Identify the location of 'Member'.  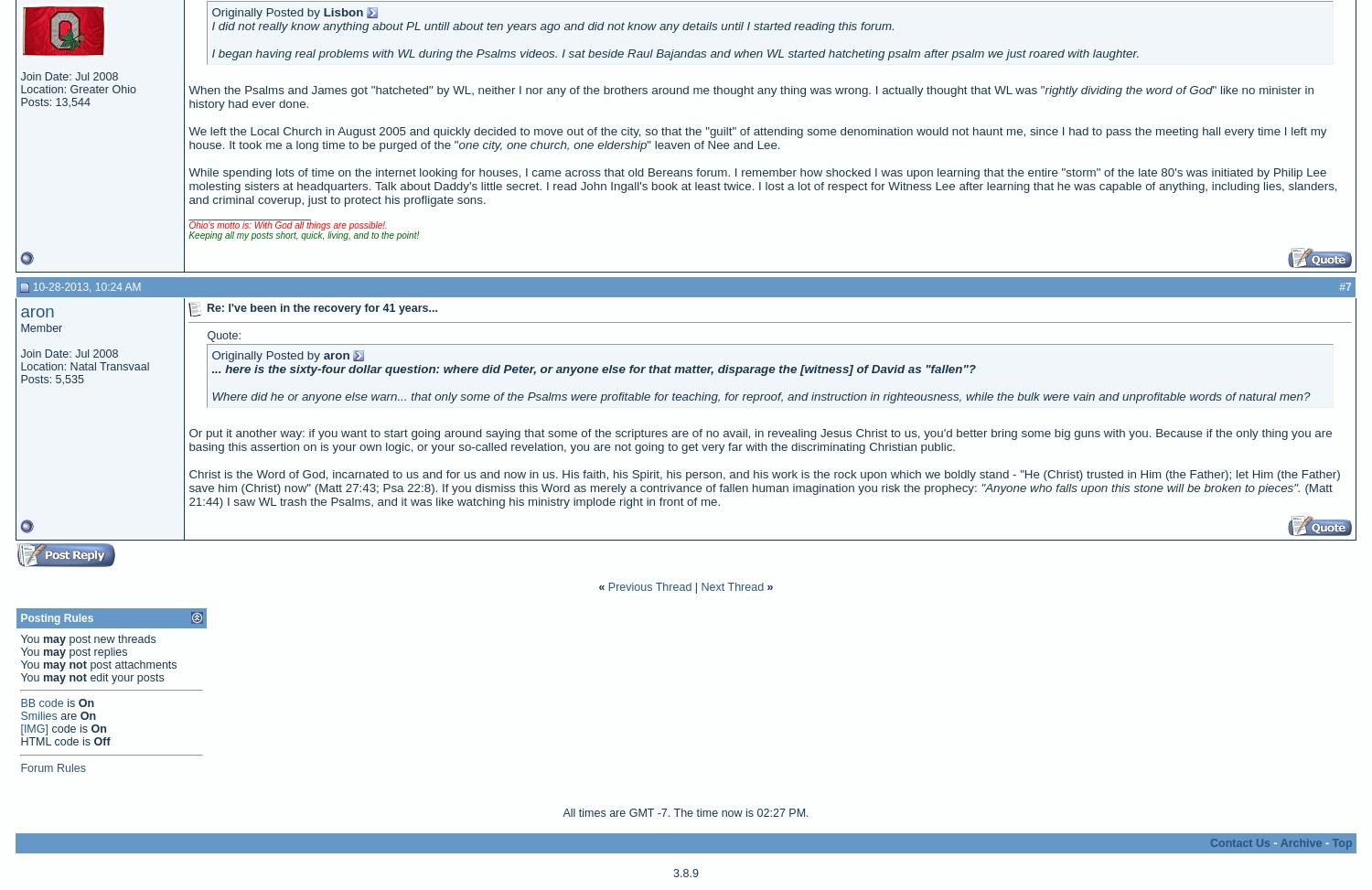
(41, 326).